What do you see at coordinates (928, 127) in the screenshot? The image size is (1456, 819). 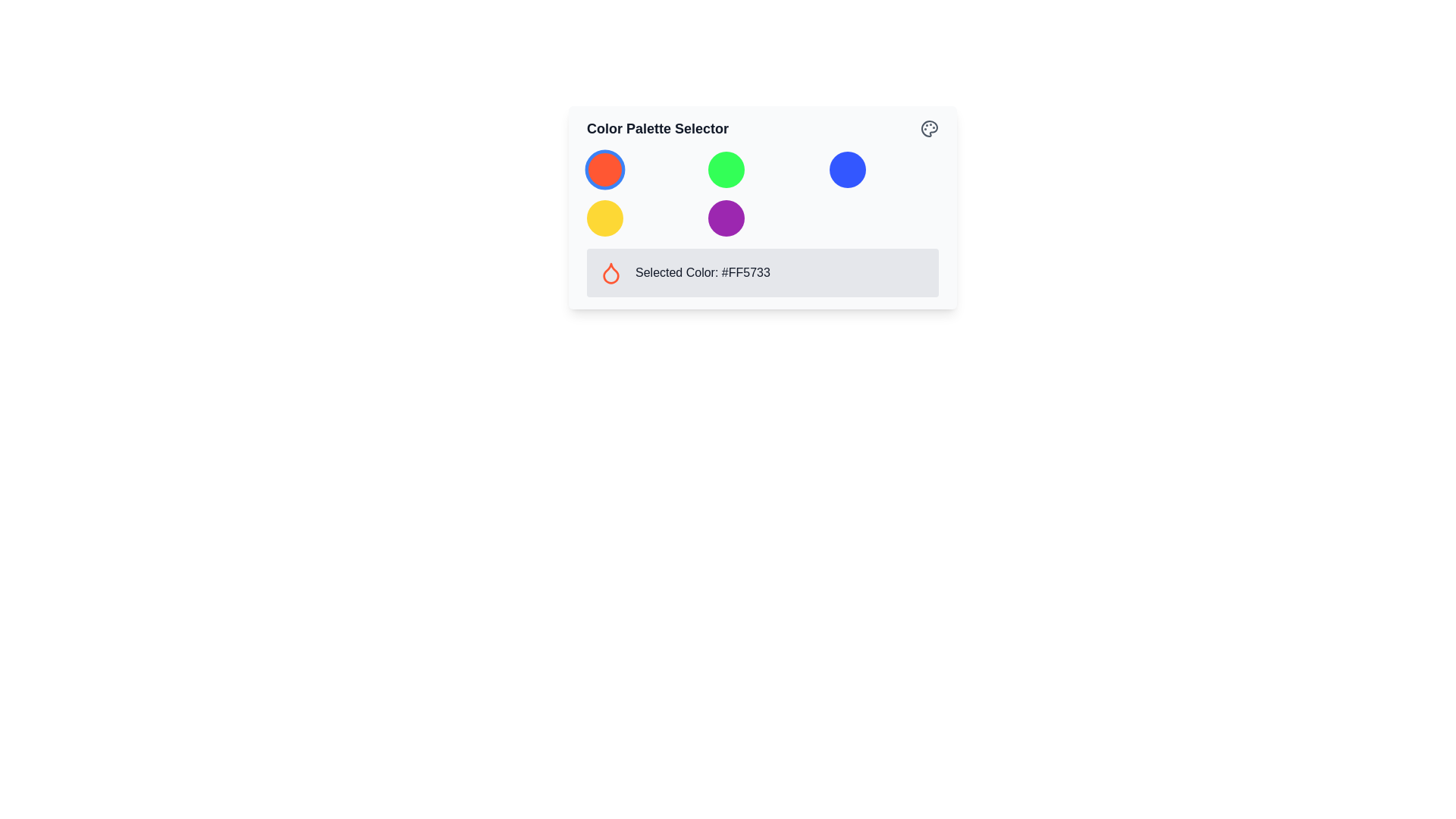 I see `the gray icon resembling a palette located in the top-right corner of the color palette interface card` at bounding box center [928, 127].